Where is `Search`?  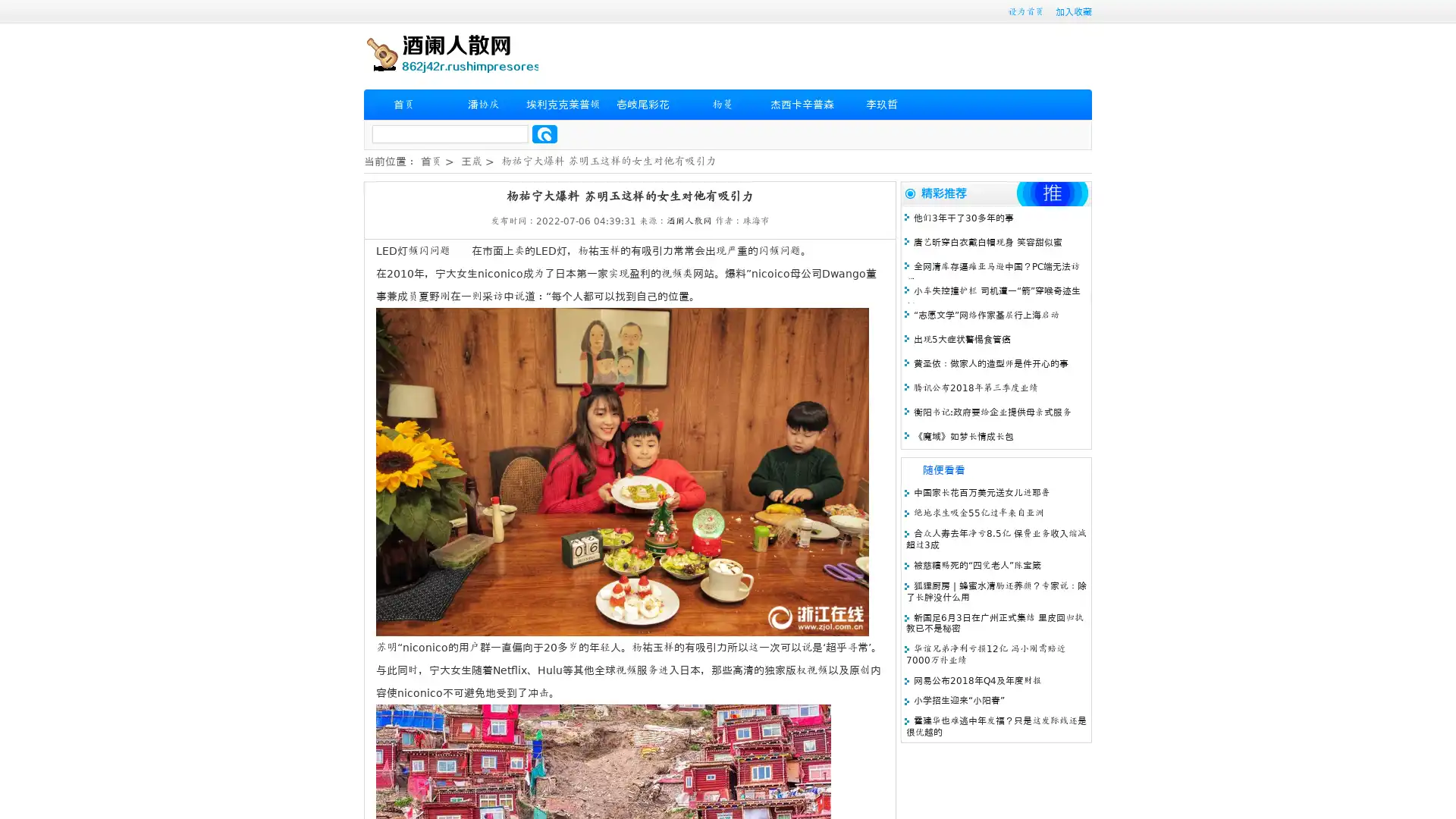 Search is located at coordinates (544, 133).